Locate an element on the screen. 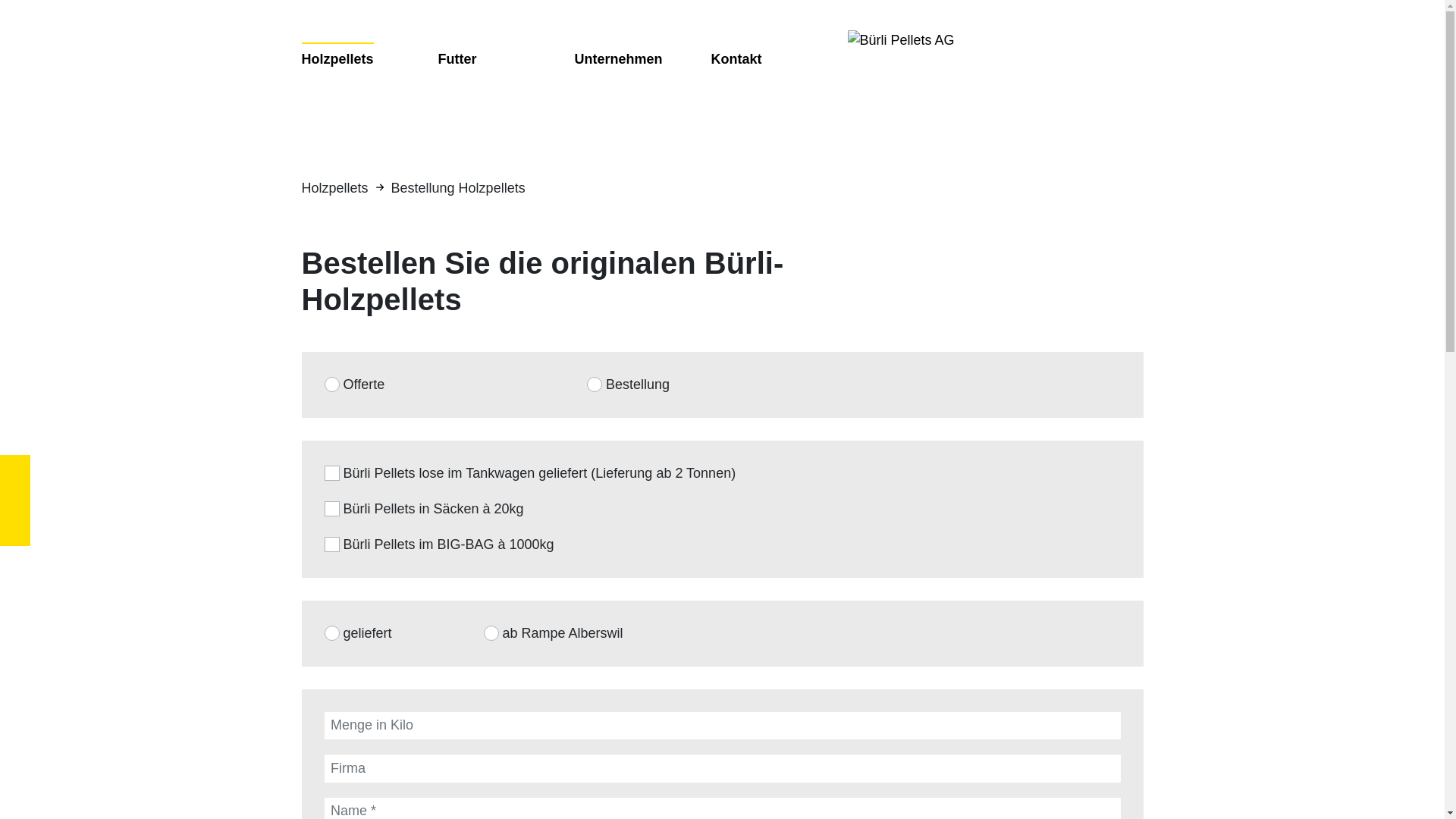 This screenshot has height=819, width=1456. 'Holzpellets' is located at coordinates (337, 58).